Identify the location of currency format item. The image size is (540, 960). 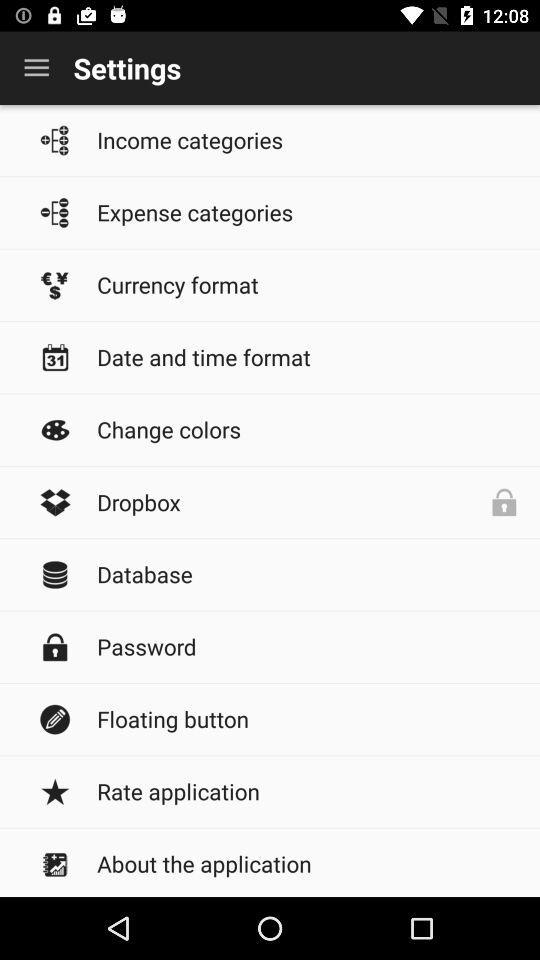
(308, 283).